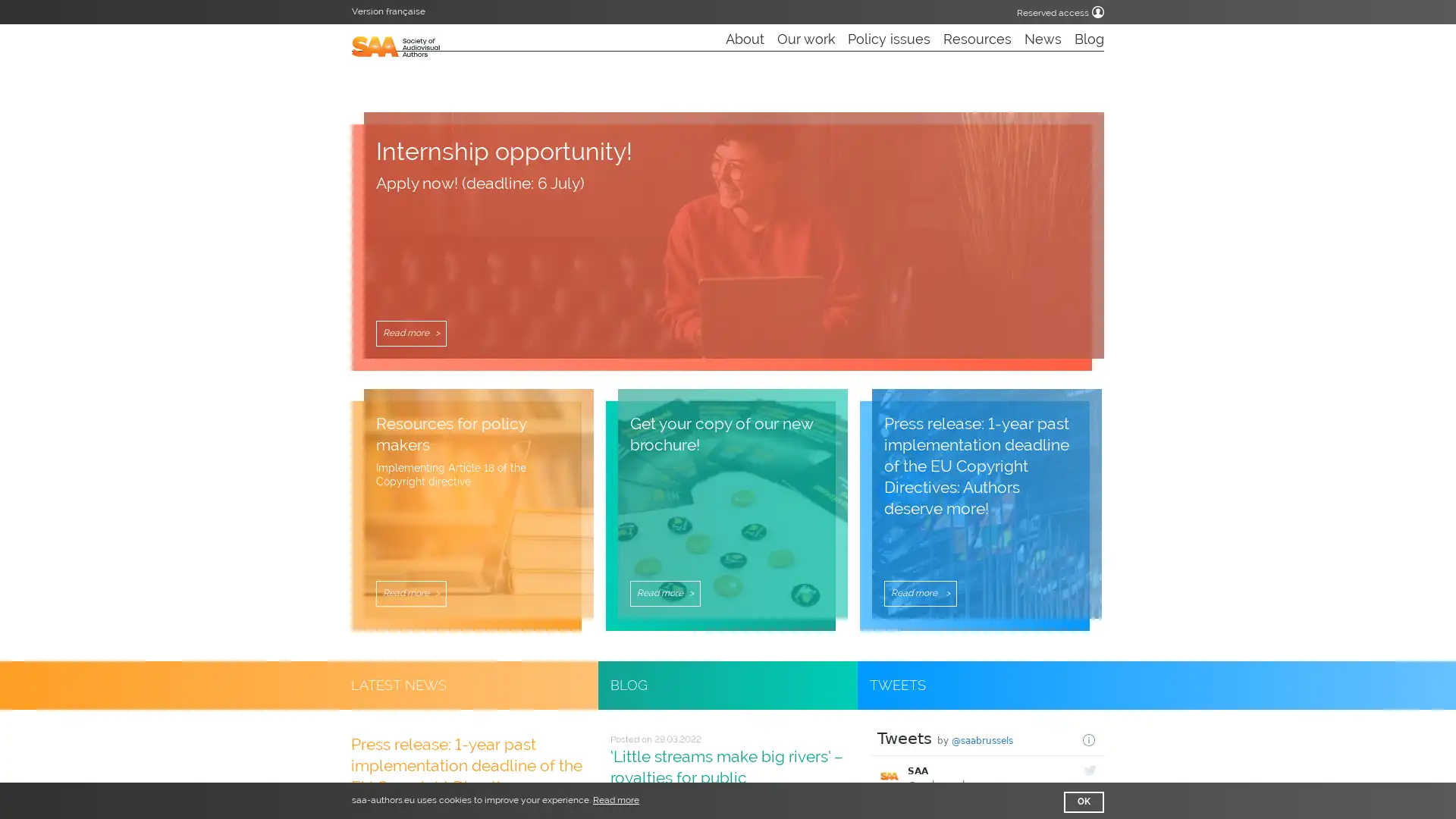 The image size is (1456, 819). I want to click on dismiss cookie message, so click(1082, 801).